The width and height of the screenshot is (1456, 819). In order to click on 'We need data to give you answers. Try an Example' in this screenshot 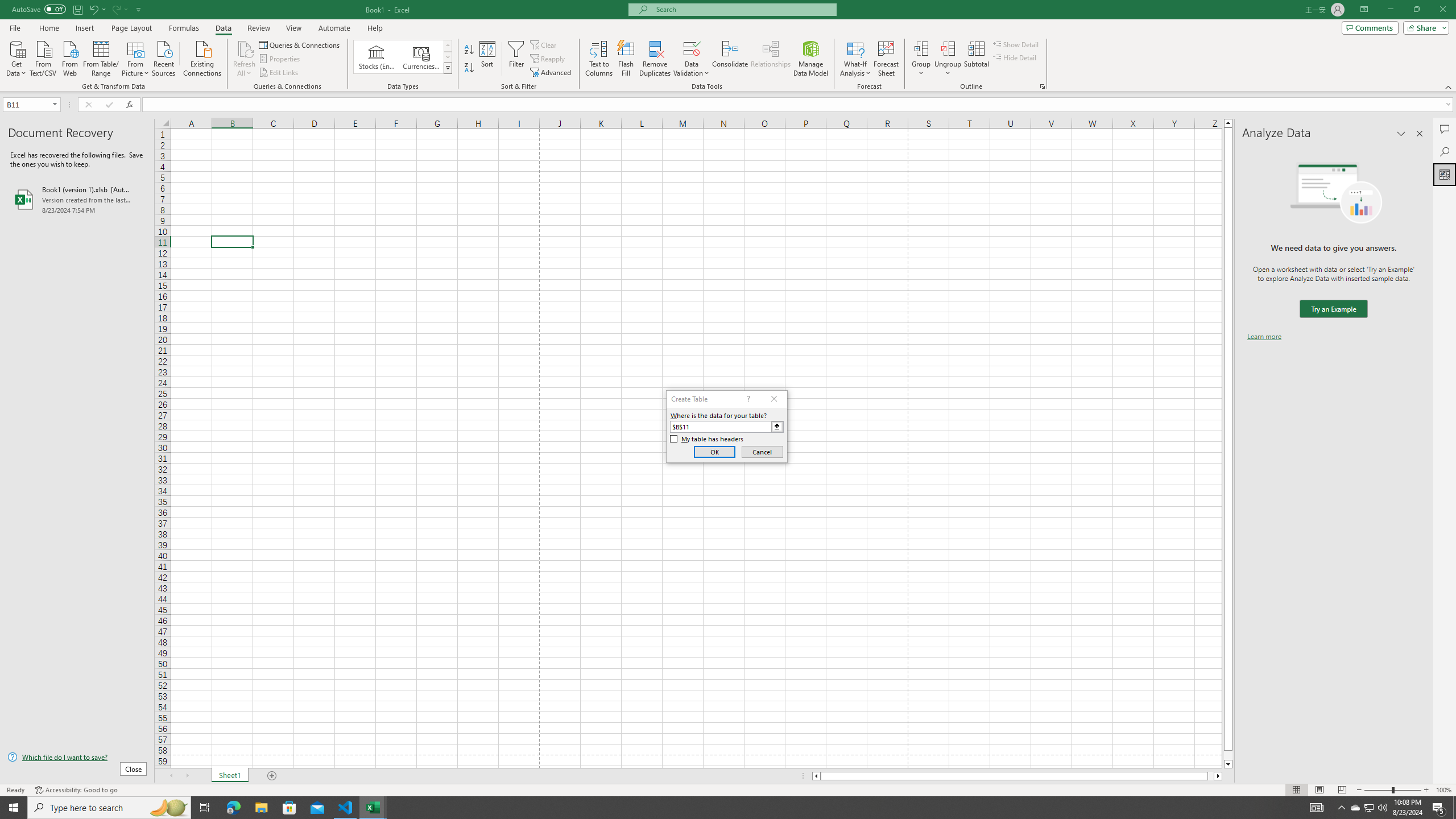, I will do `click(1333, 309)`.